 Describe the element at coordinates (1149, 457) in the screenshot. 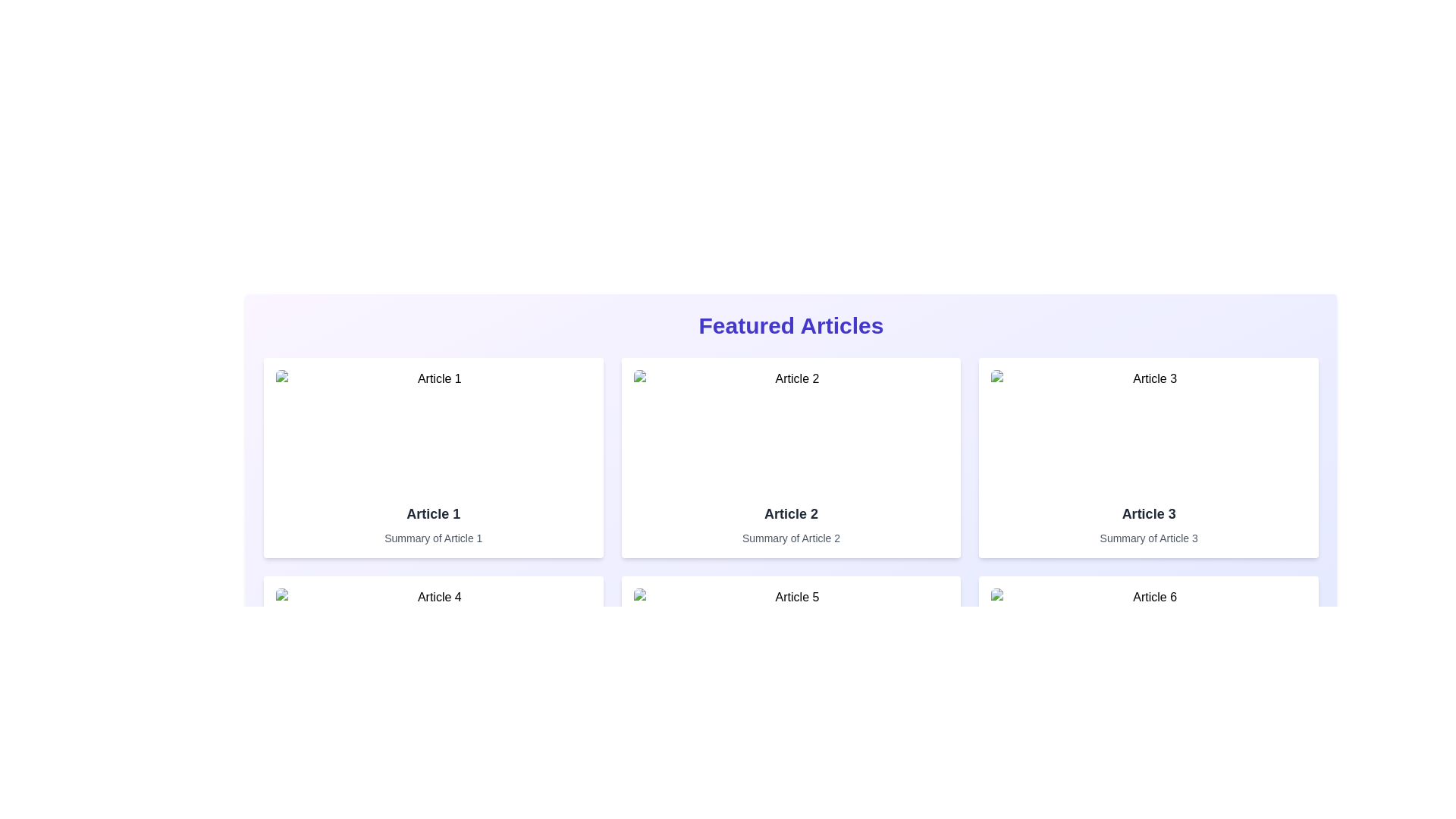

I see `the article card component in the top row, third column of the grid layout` at that location.